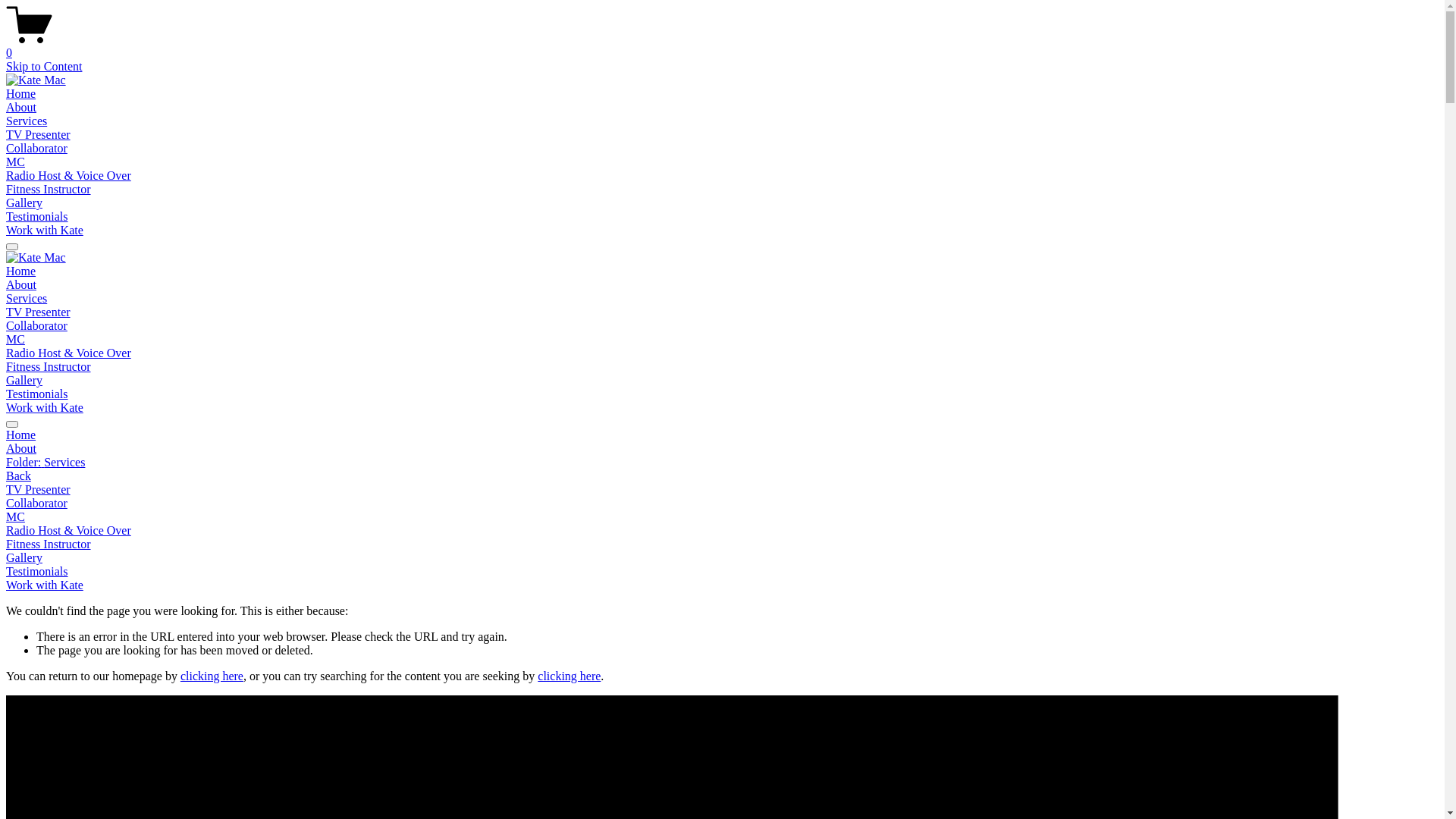 The height and width of the screenshot is (819, 1456). Describe the element at coordinates (721, 571) in the screenshot. I see `'Testimonials'` at that location.